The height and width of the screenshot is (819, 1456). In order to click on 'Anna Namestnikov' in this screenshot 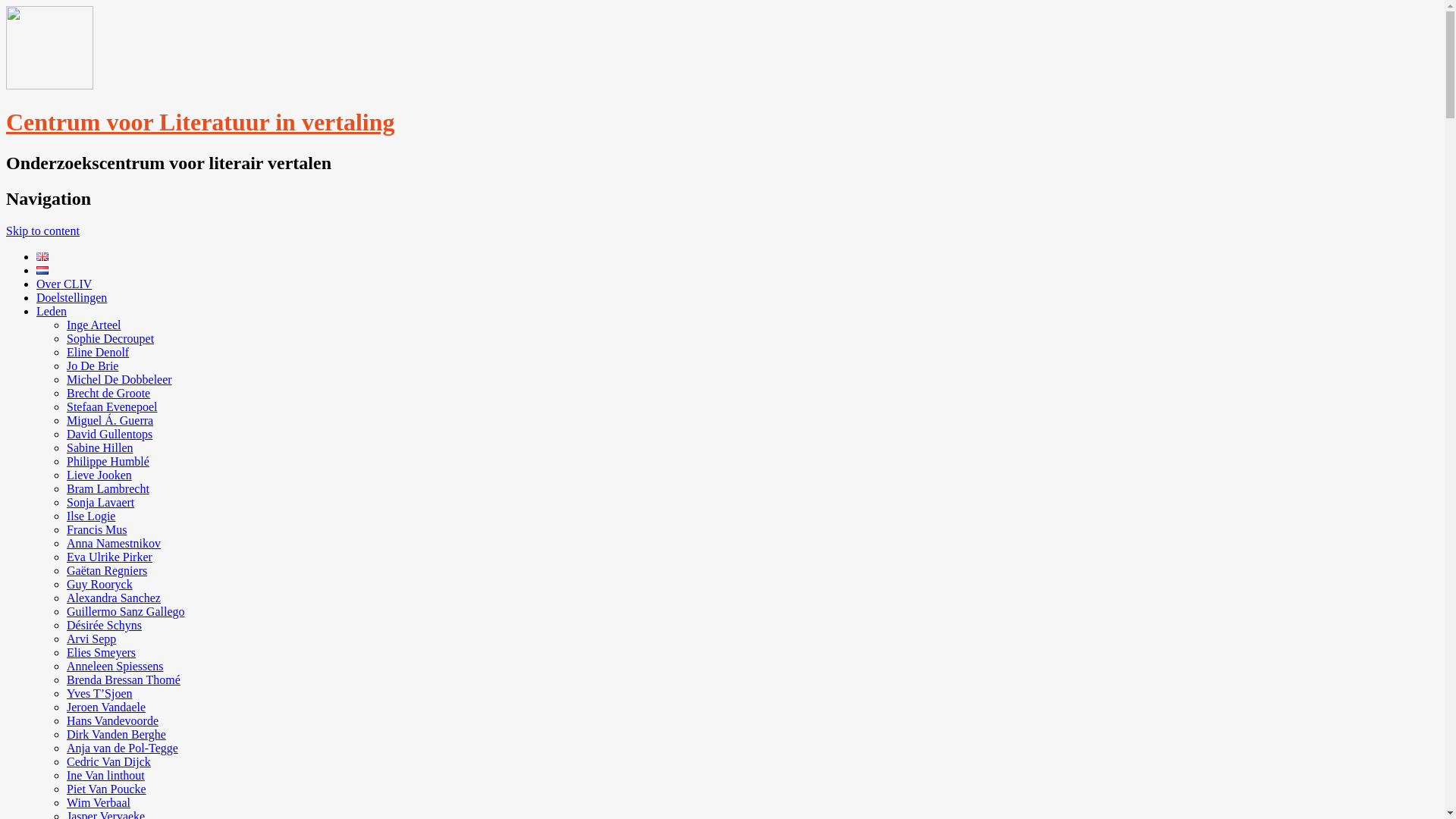, I will do `click(65, 542)`.